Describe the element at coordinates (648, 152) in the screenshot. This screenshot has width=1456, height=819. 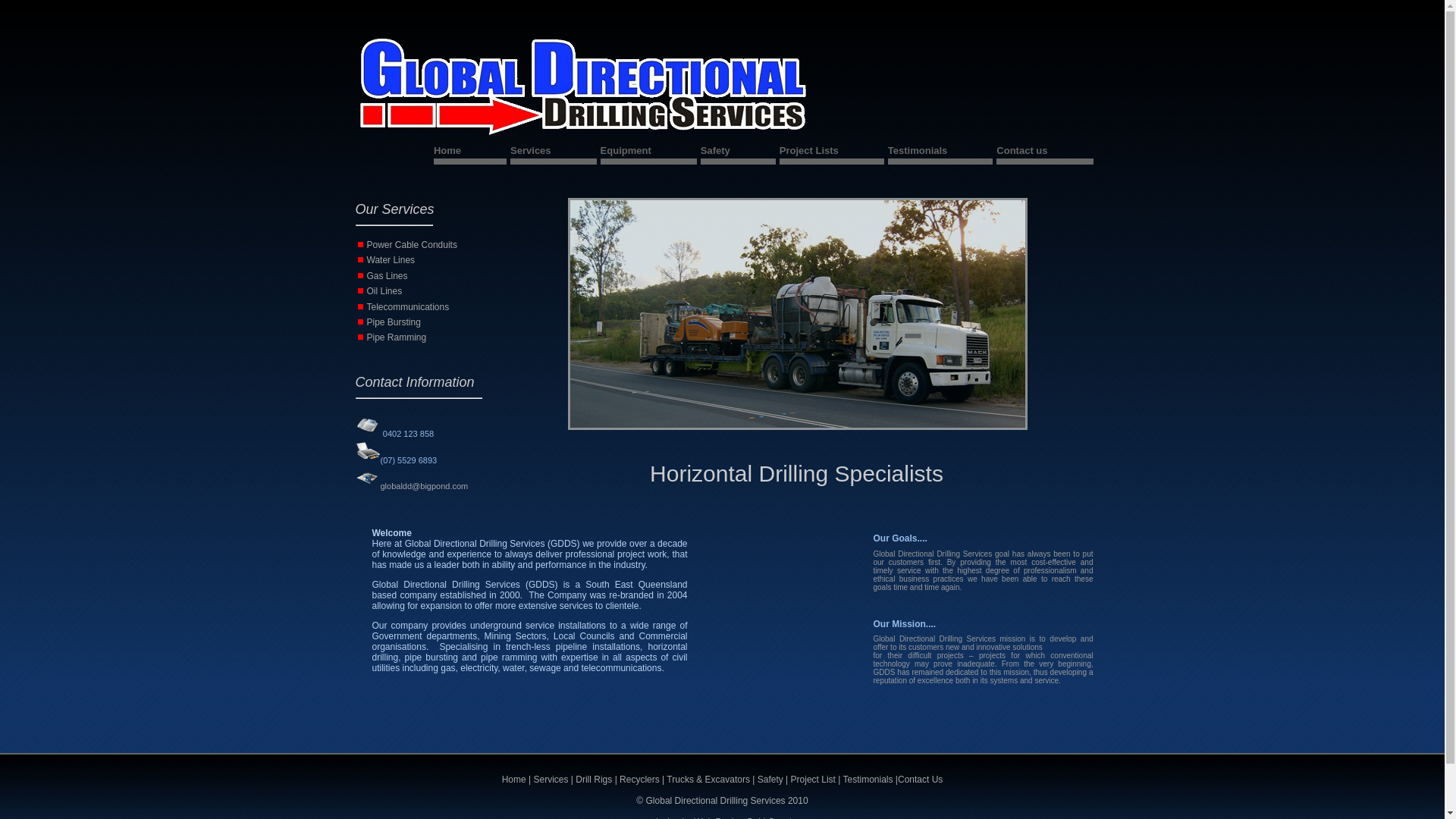
I see `'Equipment'` at that location.